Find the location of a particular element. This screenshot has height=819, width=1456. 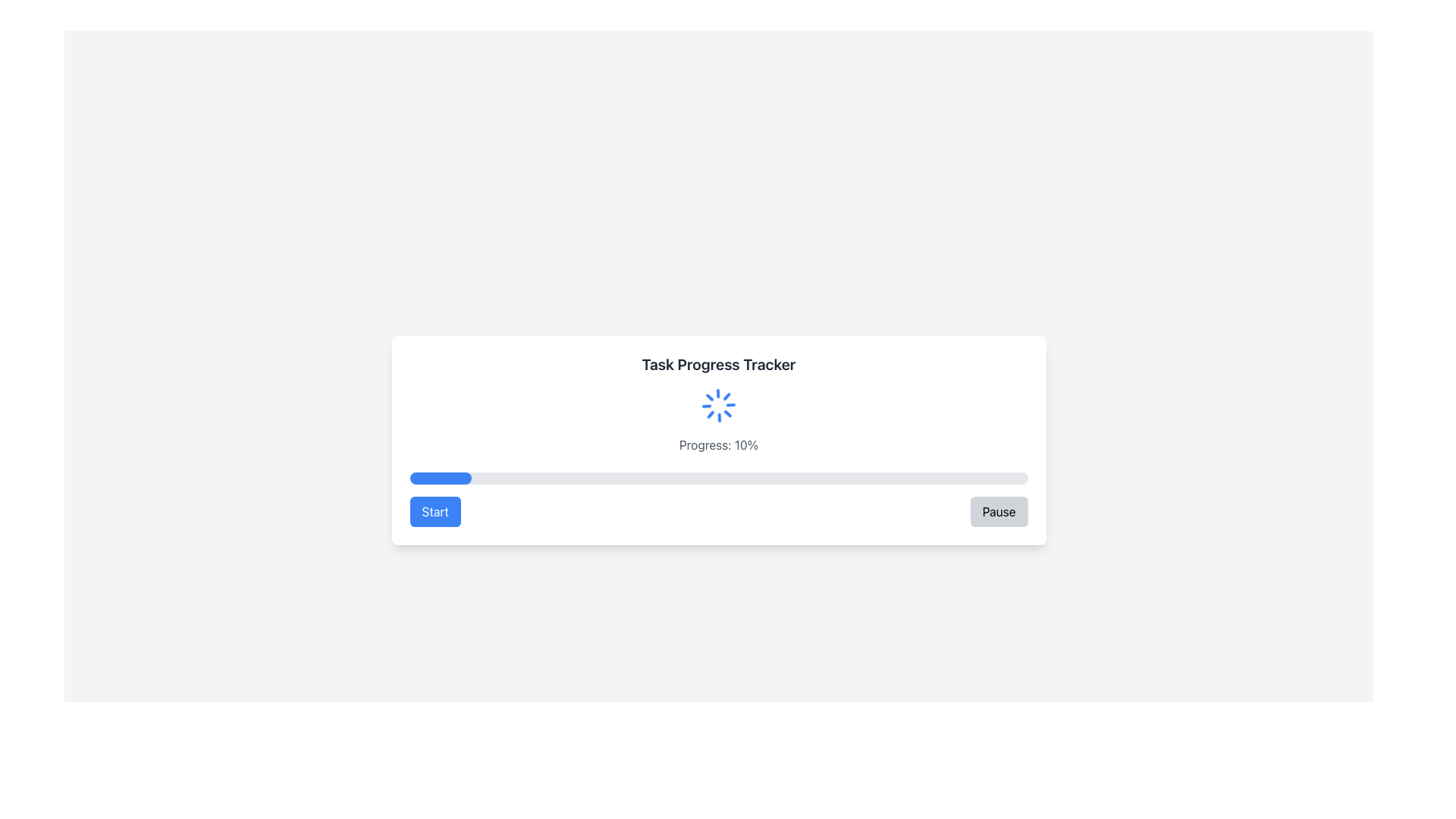

the blue rectangular button labeled 'Start' with rounded corners located on the left side of the layout is located at coordinates (435, 512).